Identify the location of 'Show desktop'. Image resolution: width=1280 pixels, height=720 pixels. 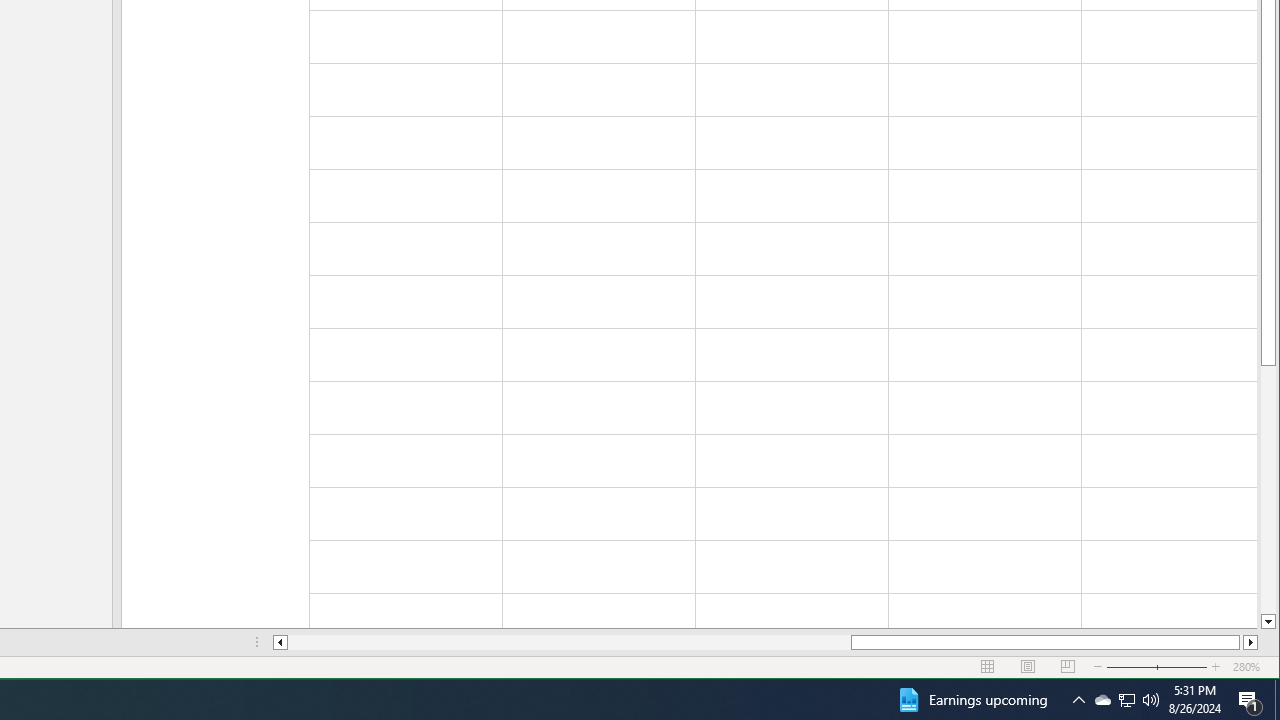
(1276, 698).